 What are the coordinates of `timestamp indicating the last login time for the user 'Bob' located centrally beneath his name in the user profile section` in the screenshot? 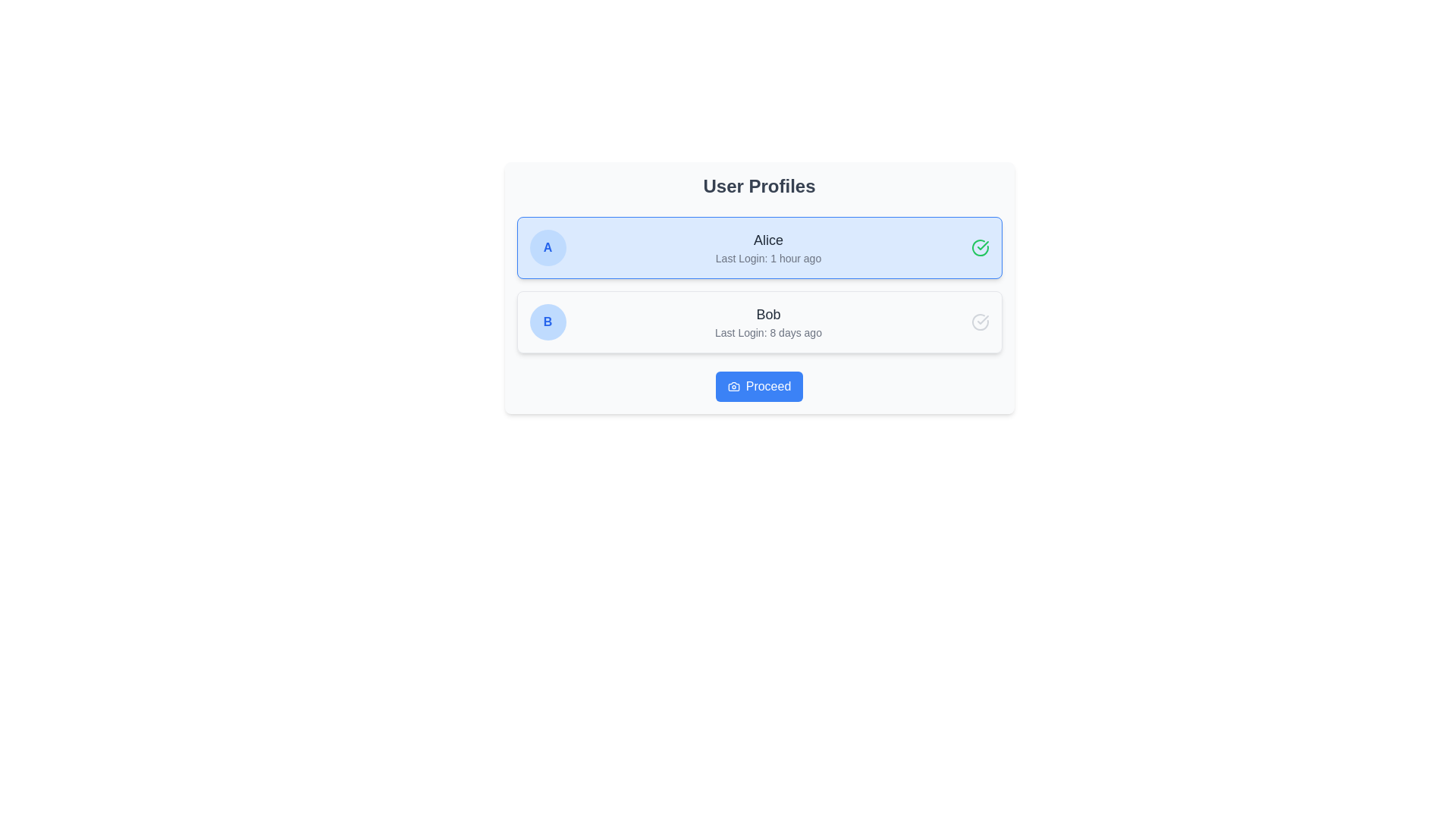 It's located at (768, 332).